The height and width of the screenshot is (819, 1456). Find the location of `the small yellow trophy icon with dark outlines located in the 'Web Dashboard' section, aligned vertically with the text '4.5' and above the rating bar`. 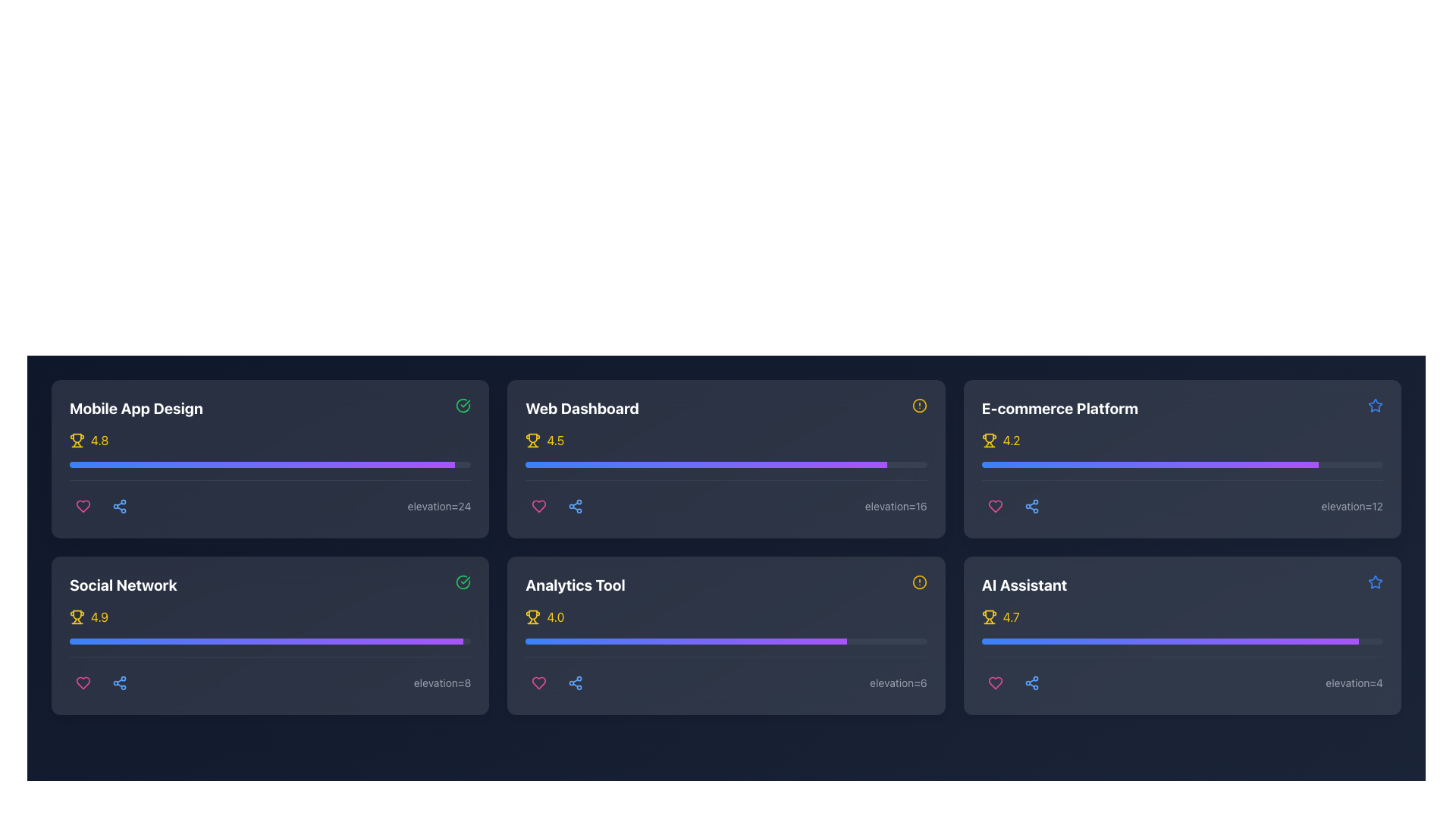

the small yellow trophy icon with dark outlines located in the 'Web Dashboard' section, aligned vertically with the text '4.5' and above the rating bar is located at coordinates (533, 441).